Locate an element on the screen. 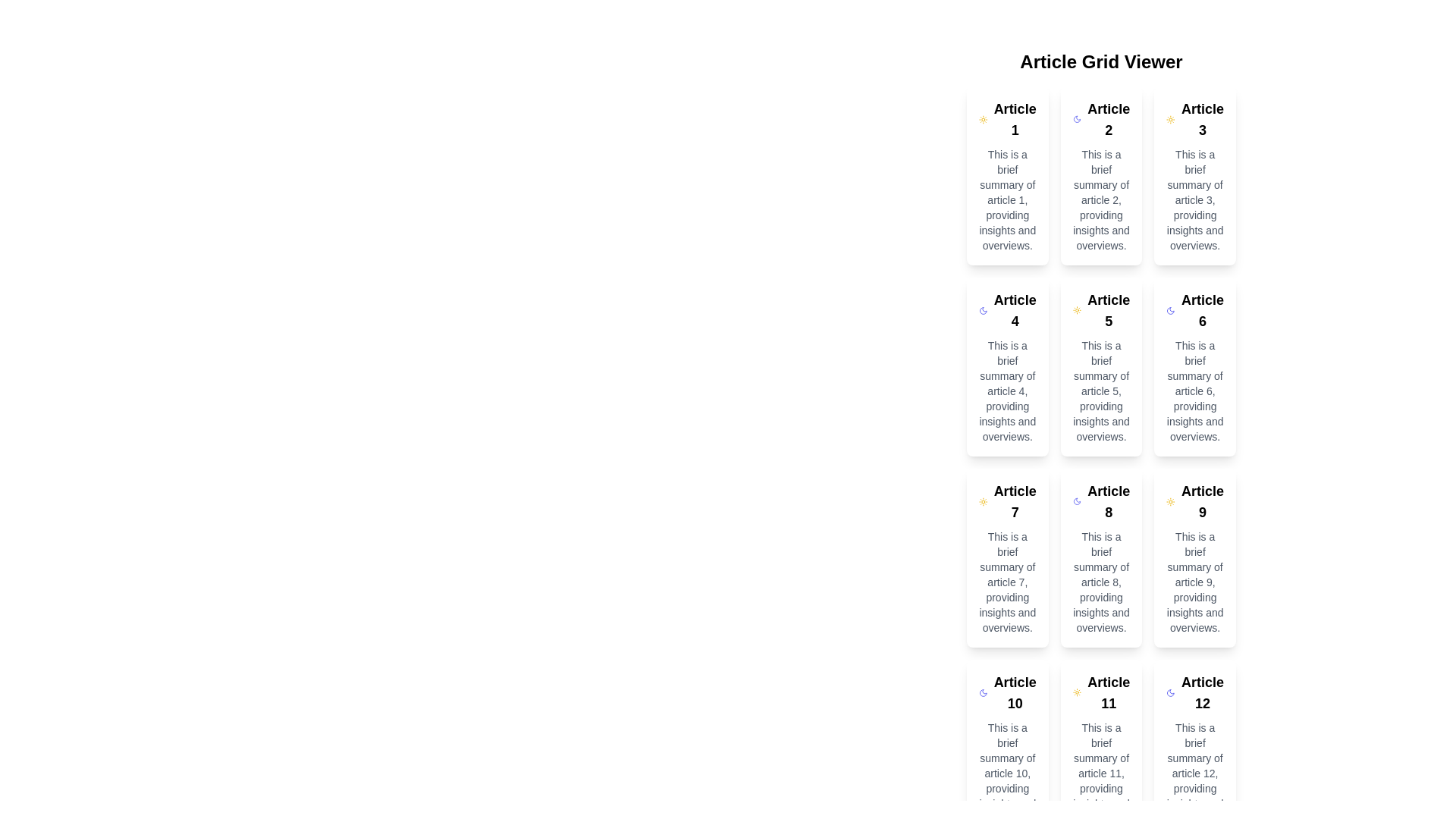 The image size is (1456, 819). the text label displaying 'Article 2', which is part of the 'Article Grid Viewer' layout and is visually distinguished as a heading is located at coordinates (1109, 119).